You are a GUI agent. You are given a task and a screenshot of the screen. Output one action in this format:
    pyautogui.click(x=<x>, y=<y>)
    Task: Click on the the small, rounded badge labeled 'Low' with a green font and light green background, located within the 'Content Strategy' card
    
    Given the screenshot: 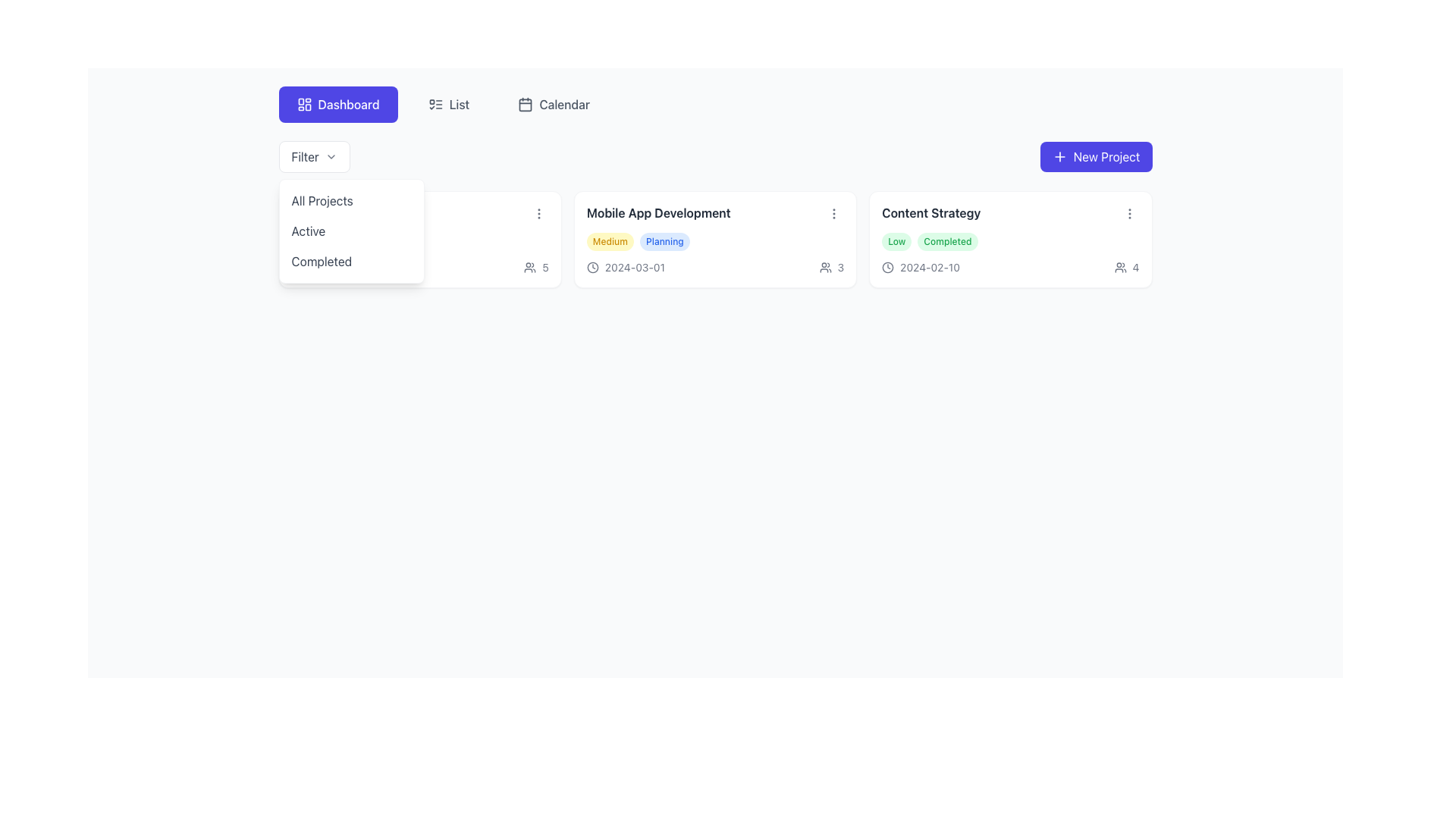 What is the action you would take?
    pyautogui.click(x=896, y=241)
    